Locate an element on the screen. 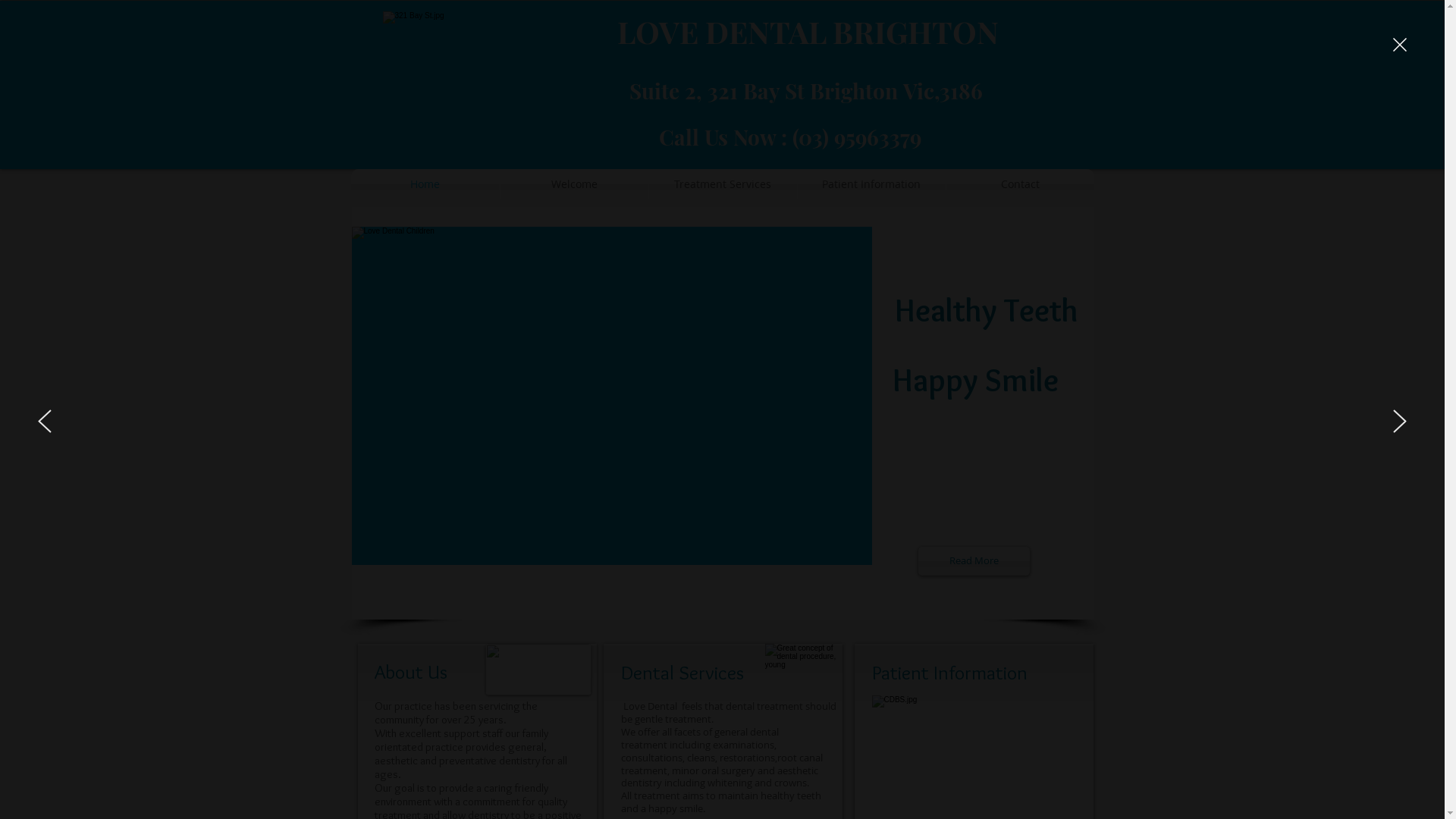 The height and width of the screenshot is (819, 1456). 'Welcome' is located at coordinates (573, 183).